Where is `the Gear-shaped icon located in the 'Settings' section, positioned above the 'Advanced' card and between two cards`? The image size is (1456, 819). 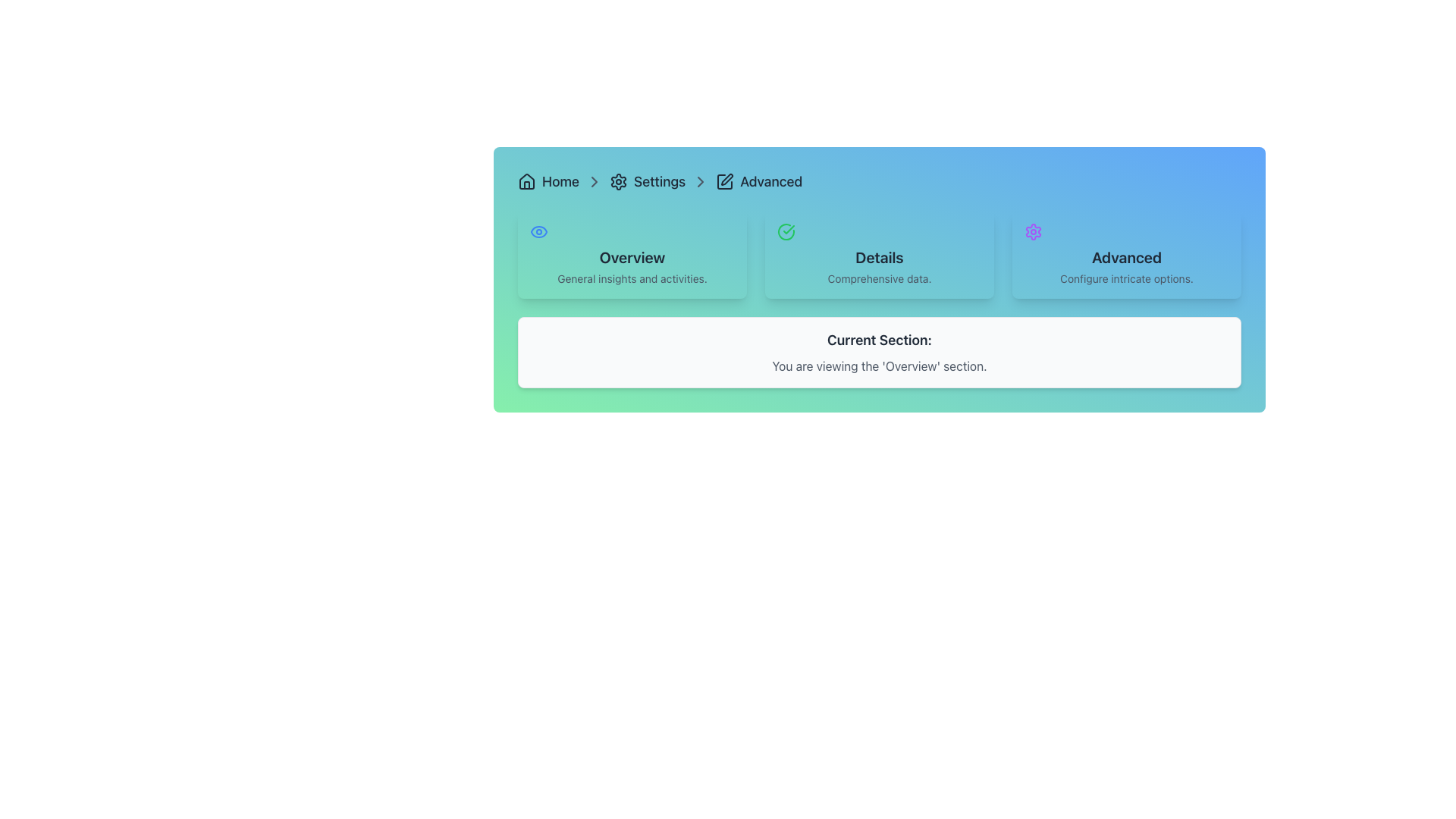
the Gear-shaped icon located in the 'Settings' section, positioned above the 'Advanced' card and between two cards is located at coordinates (1033, 231).